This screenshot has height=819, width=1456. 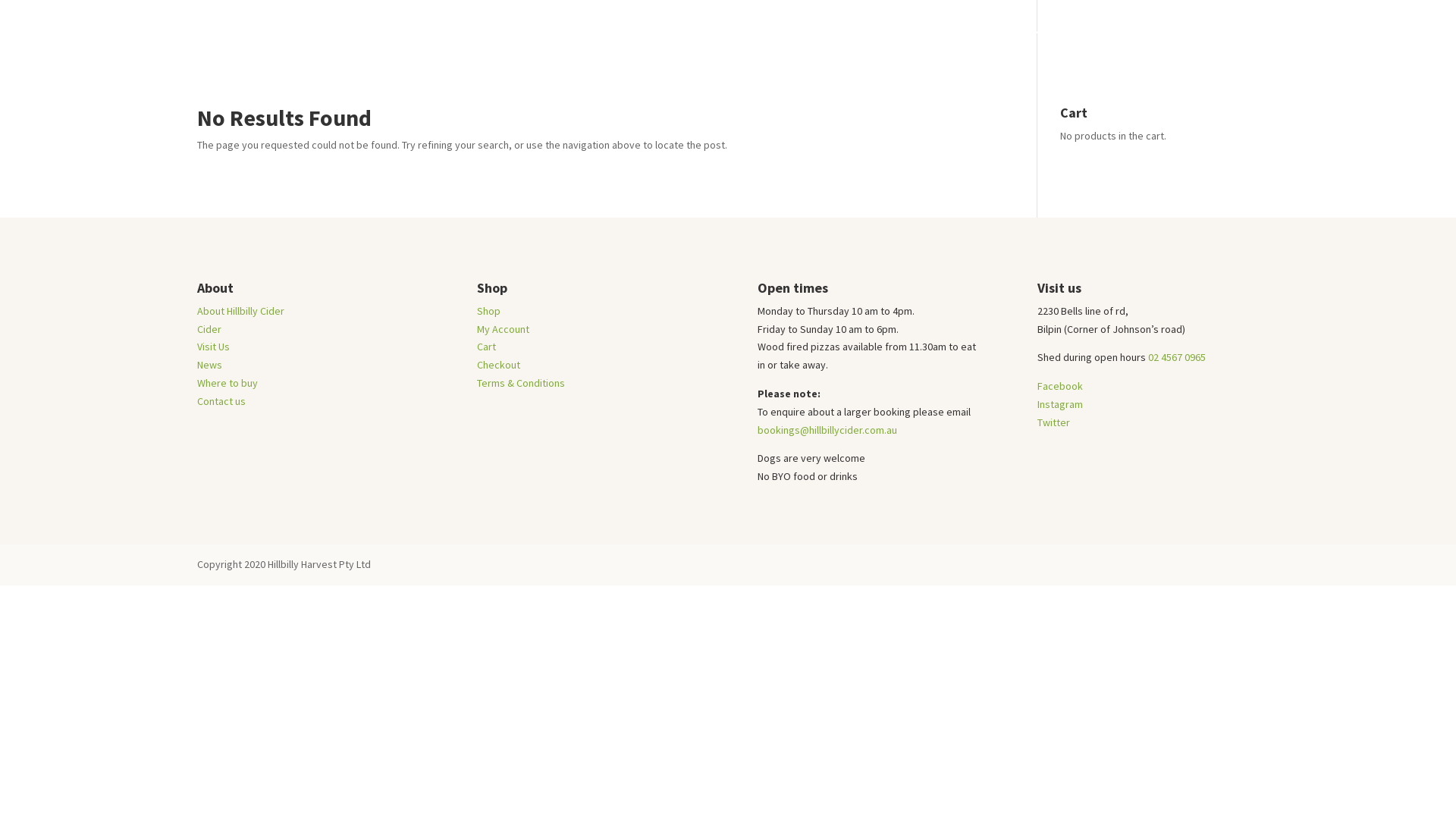 What do you see at coordinates (1181, 42) in the screenshot?
I see `'Where to buy'` at bounding box center [1181, 42].